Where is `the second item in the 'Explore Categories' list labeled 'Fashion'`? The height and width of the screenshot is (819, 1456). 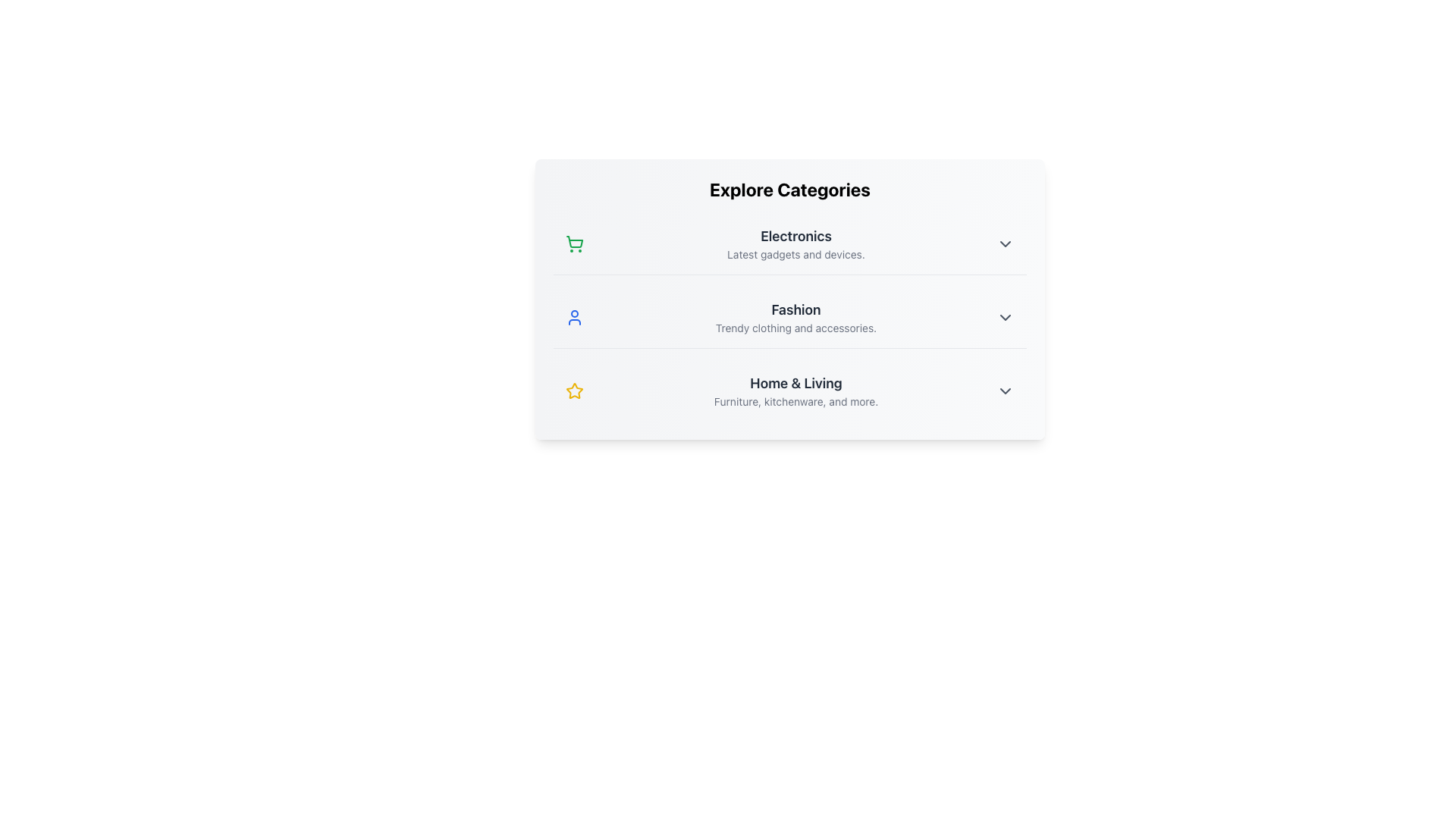
the second item in the 'Explore Categories' list labeled 'Fashion' is located at coordinates (789, 317).